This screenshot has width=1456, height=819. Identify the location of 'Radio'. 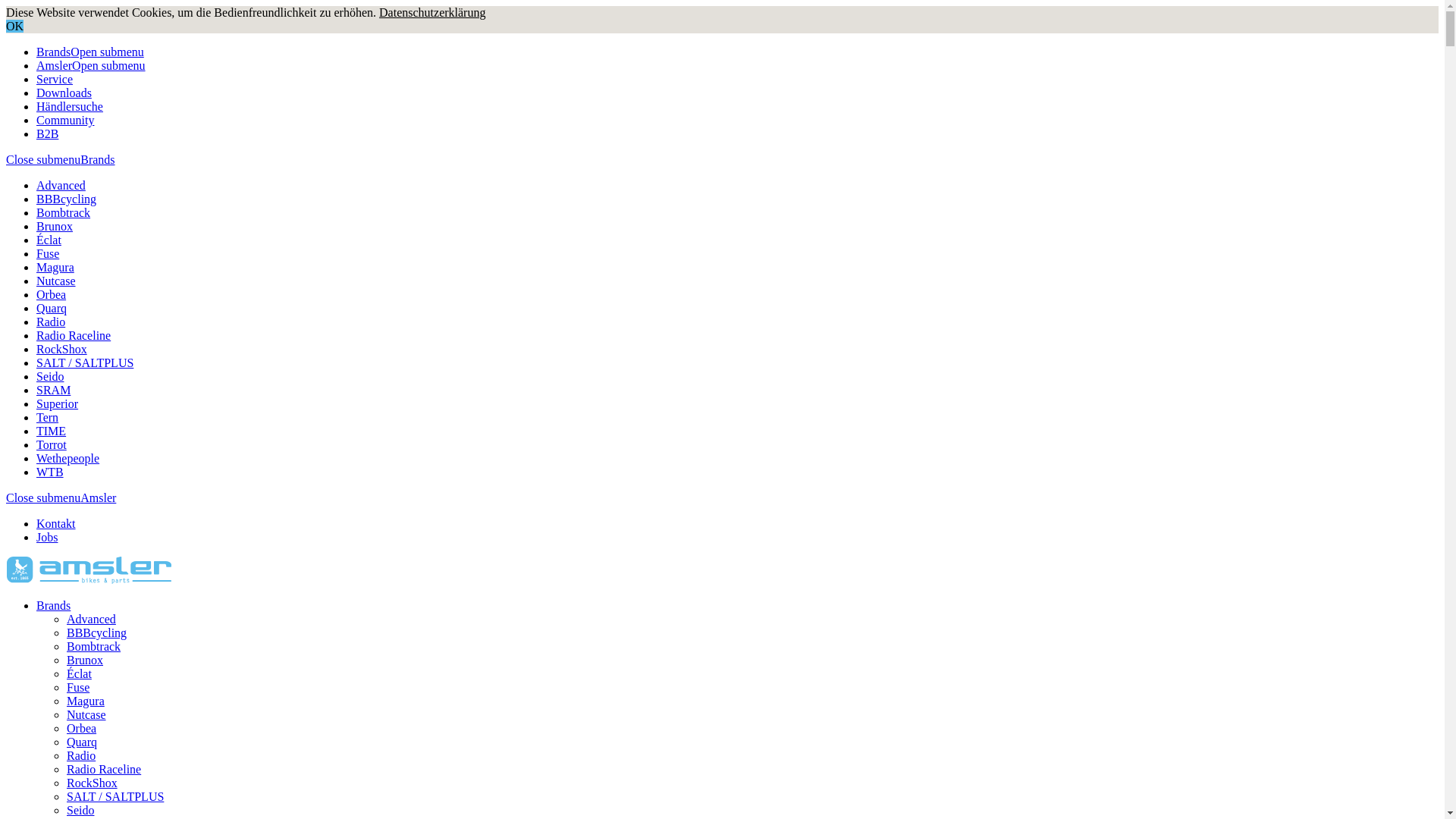
(51, 321).